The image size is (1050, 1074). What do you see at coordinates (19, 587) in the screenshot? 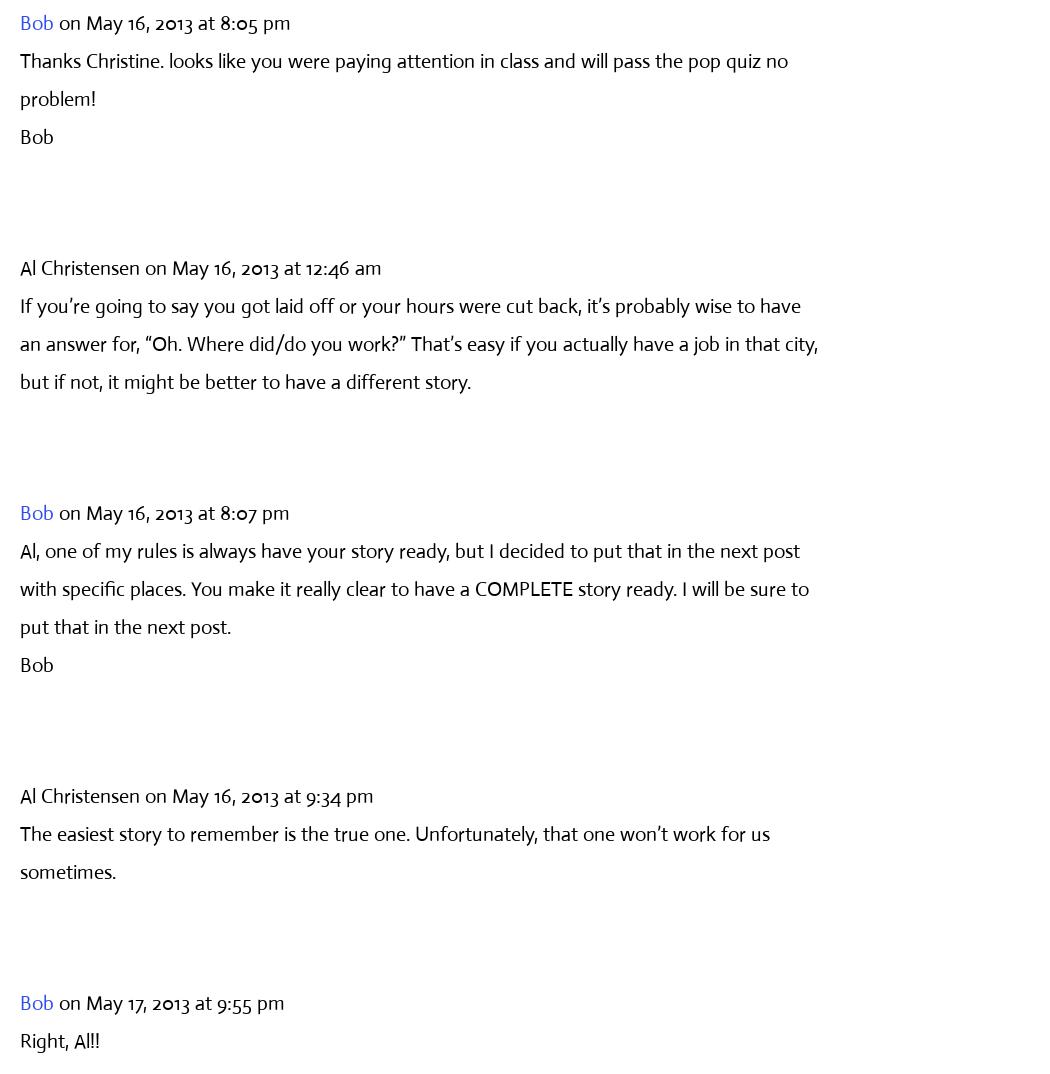
I see `'Al, one of my rules is always have your story ready, but I decided to put that in the next post with specific places. You make it really clear to have a COMPLETE story ready. I will be sure to put that in the next post.'` at bounding box center [19, 587].